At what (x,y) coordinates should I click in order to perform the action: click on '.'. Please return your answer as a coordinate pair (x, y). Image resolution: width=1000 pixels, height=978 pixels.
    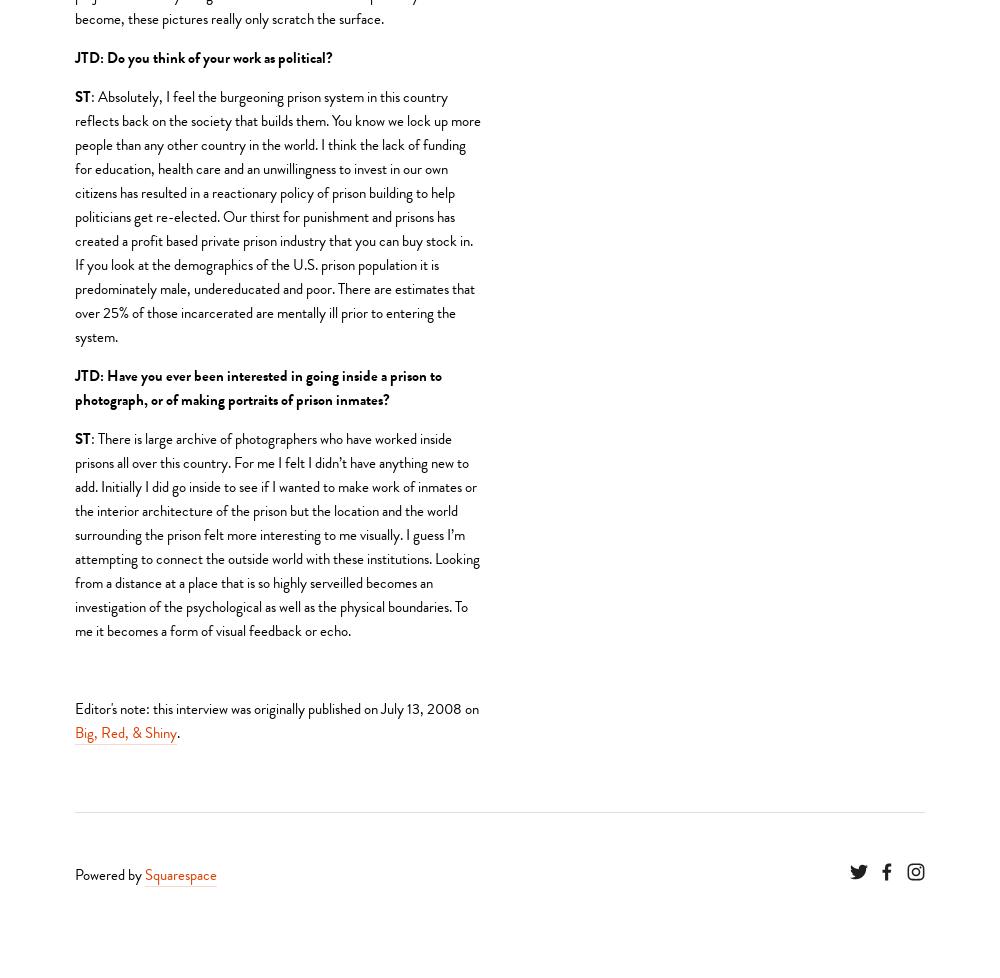
    Looking at the image, I should click on (181, 732).